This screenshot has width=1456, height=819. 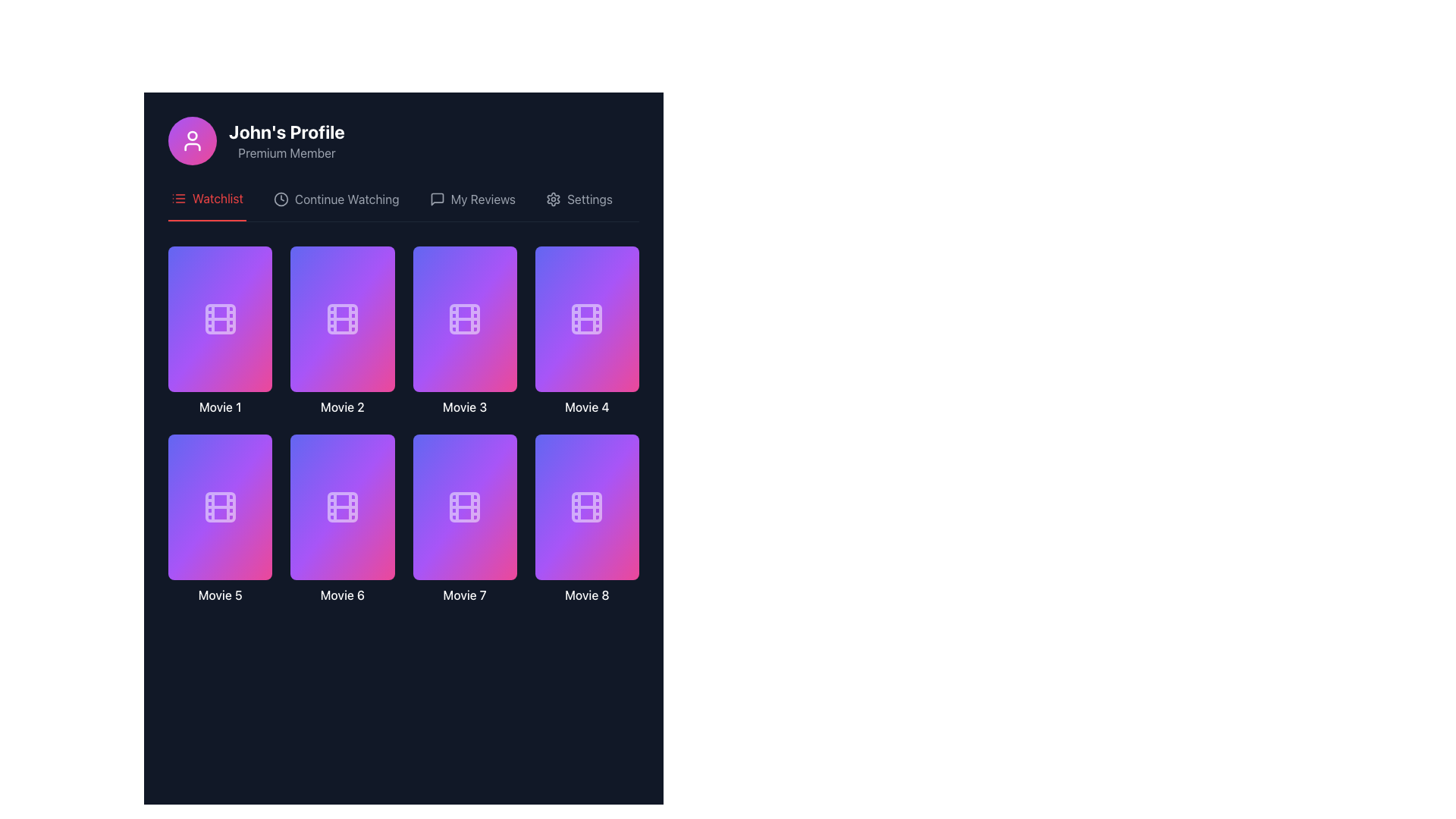 What do you see at coordinates (464, 507) in the screenshot?
I see `the rounded rectangle element that is part of the film icon in the 'Movie 7' card located in the second row, third column of the movie grid` at bounding box center [464, 507].